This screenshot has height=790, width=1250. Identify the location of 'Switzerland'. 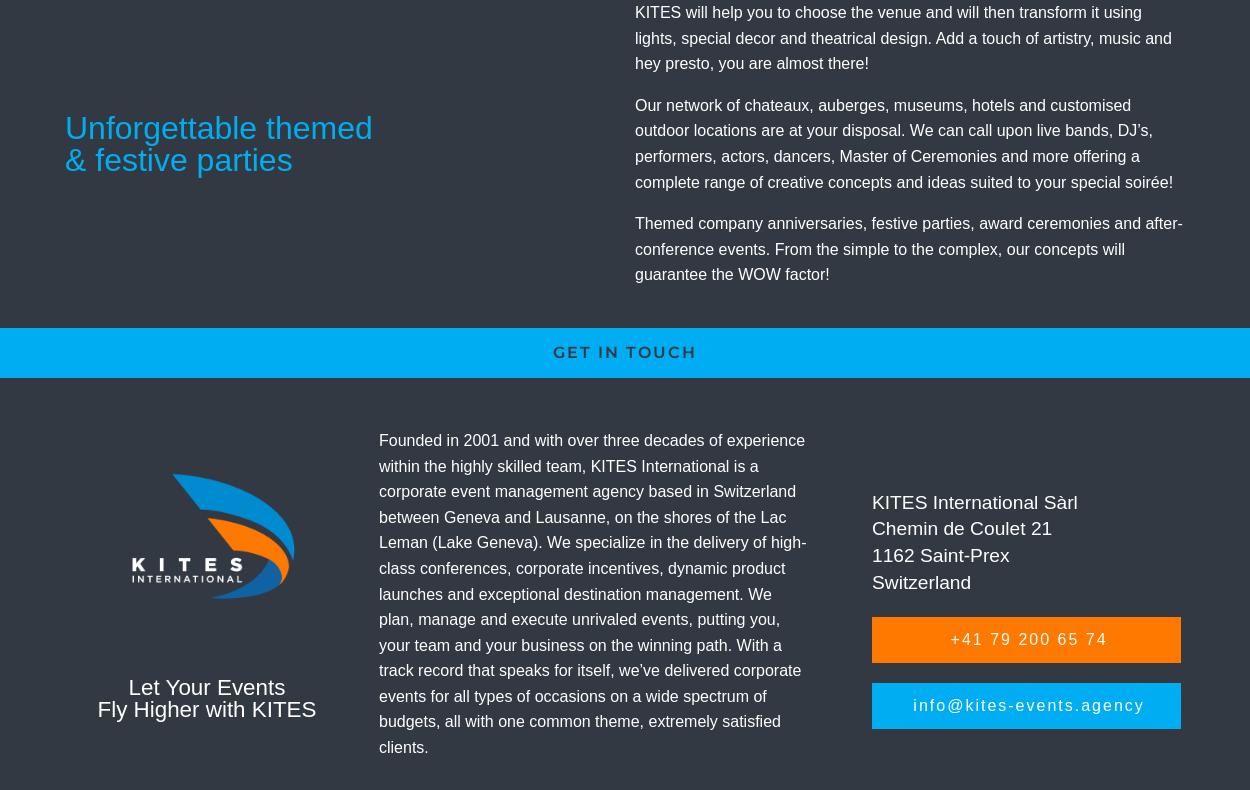
(921, 581).